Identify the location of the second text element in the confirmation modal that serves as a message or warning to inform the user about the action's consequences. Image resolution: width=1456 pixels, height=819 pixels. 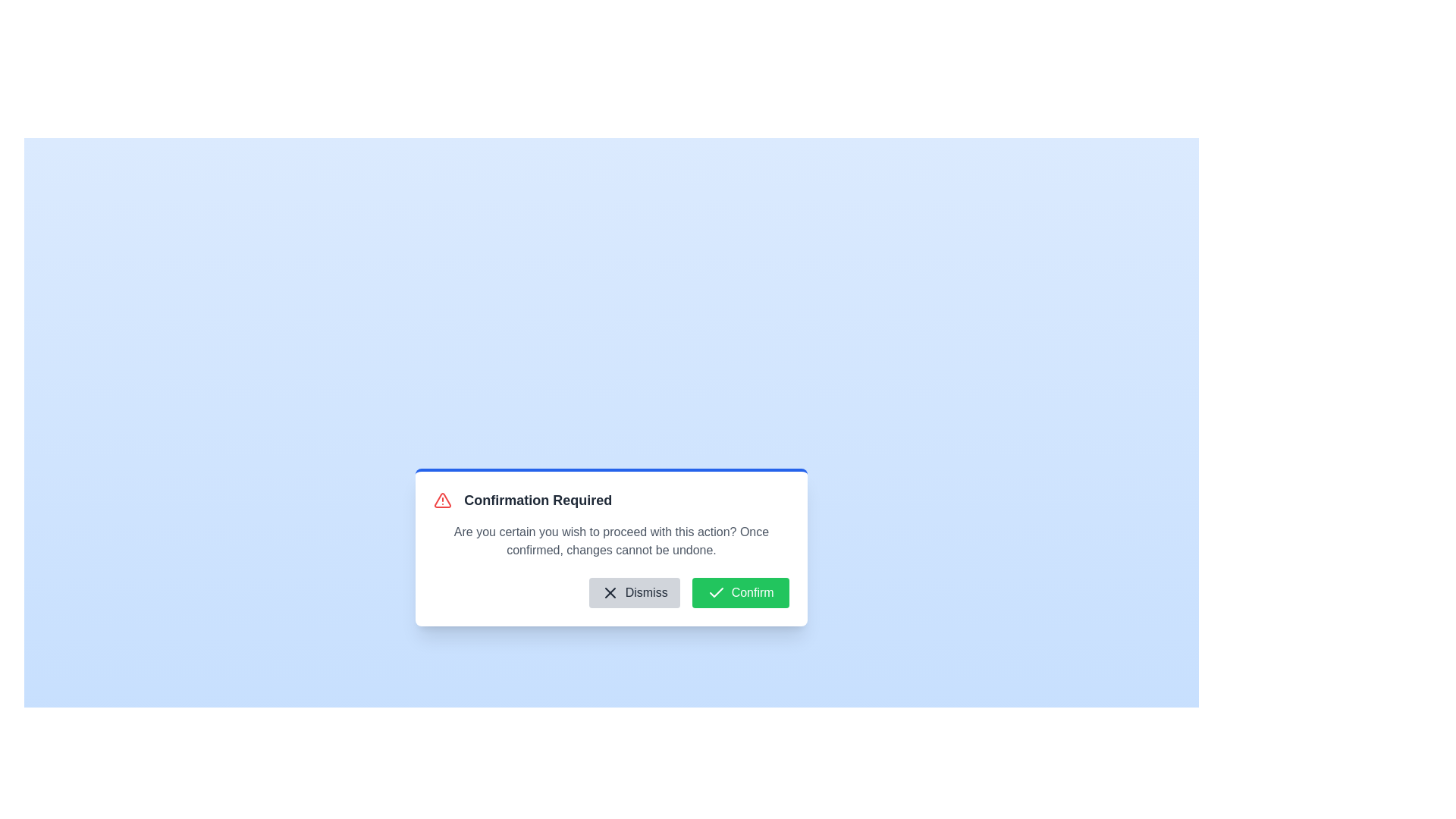
(611, 540).